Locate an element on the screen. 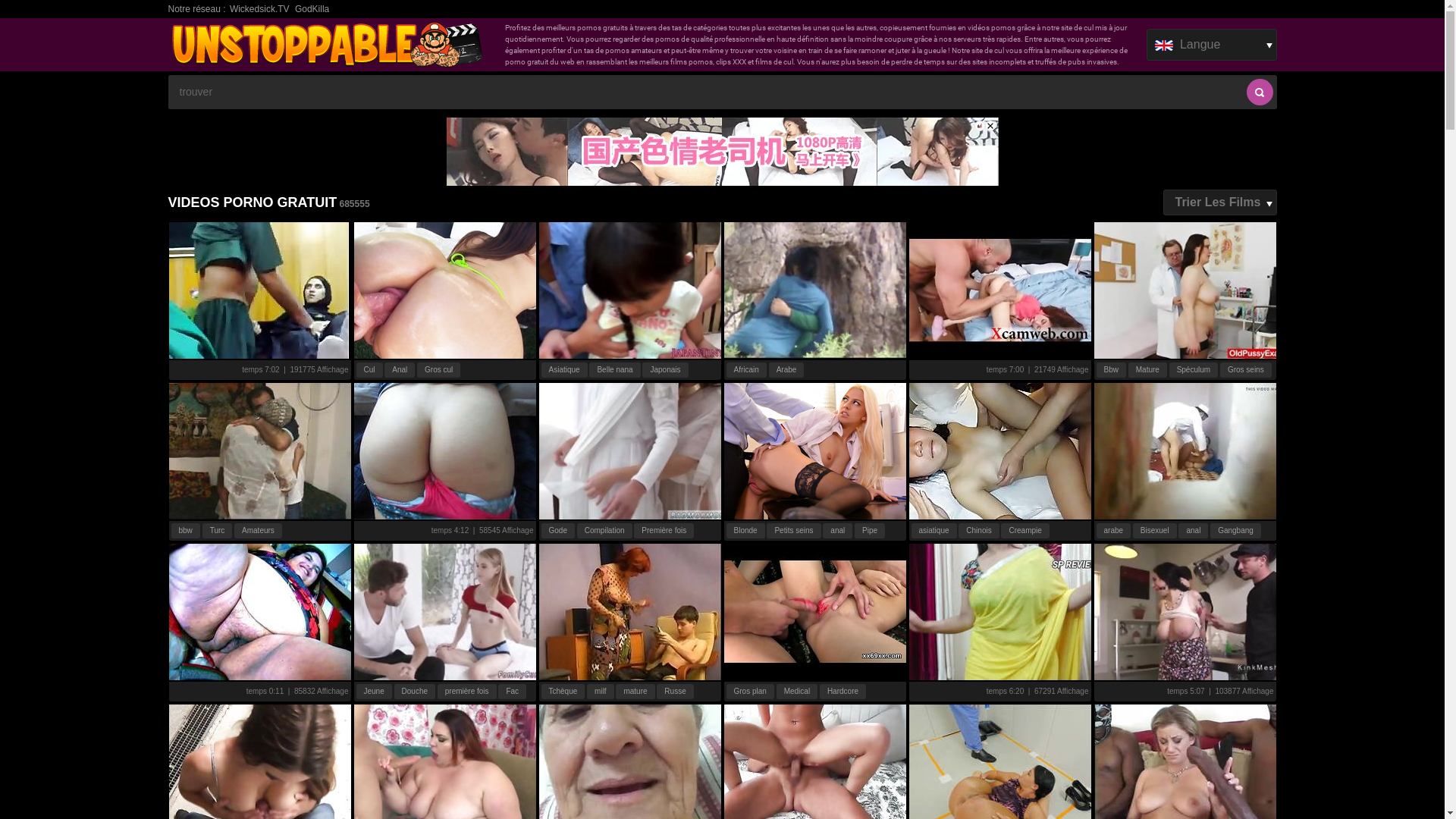  'Blonde' is located at coordinates (745, 529).